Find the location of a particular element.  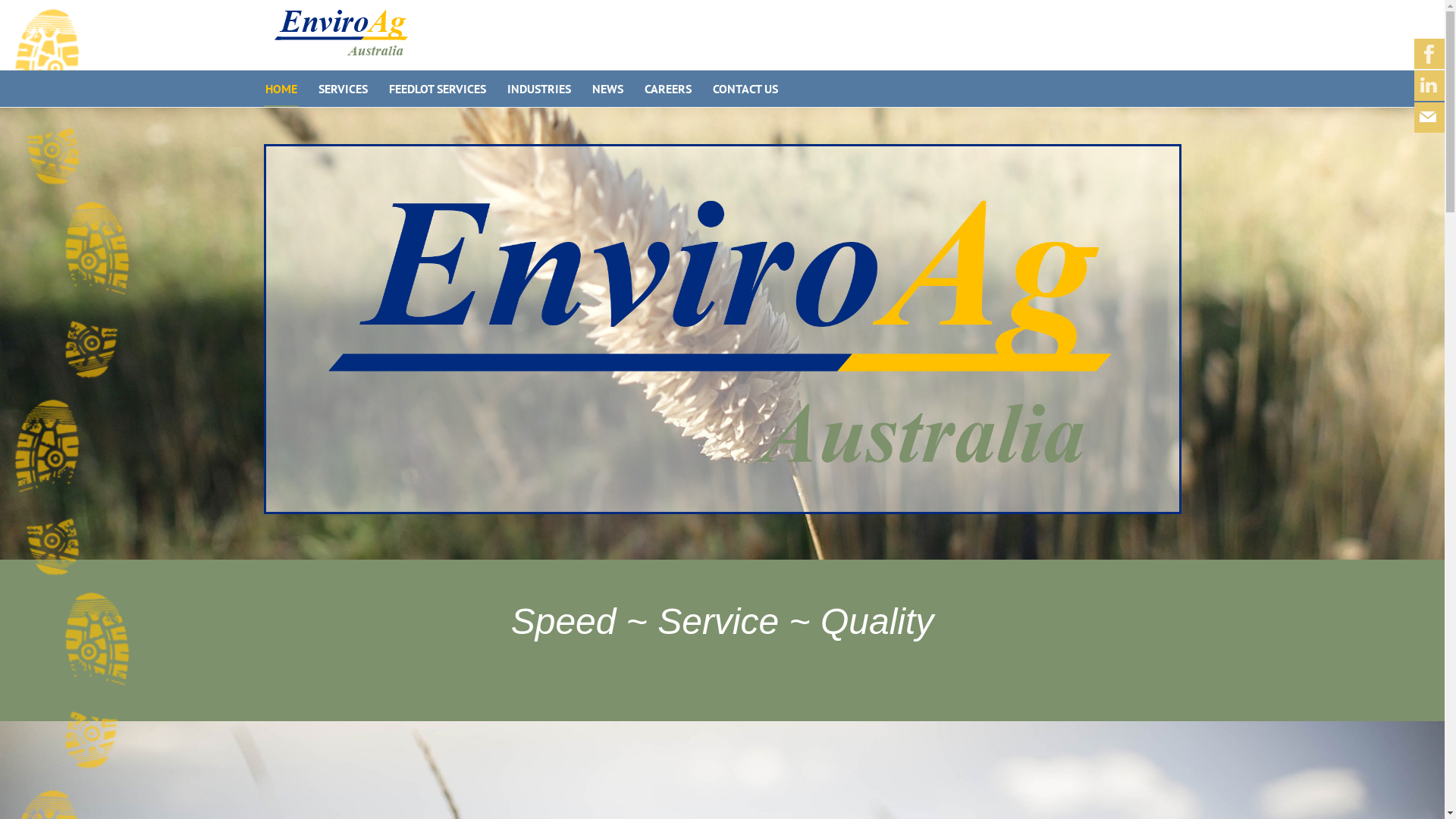

'INDUSTRIES' is located at coordinates (538, 88).